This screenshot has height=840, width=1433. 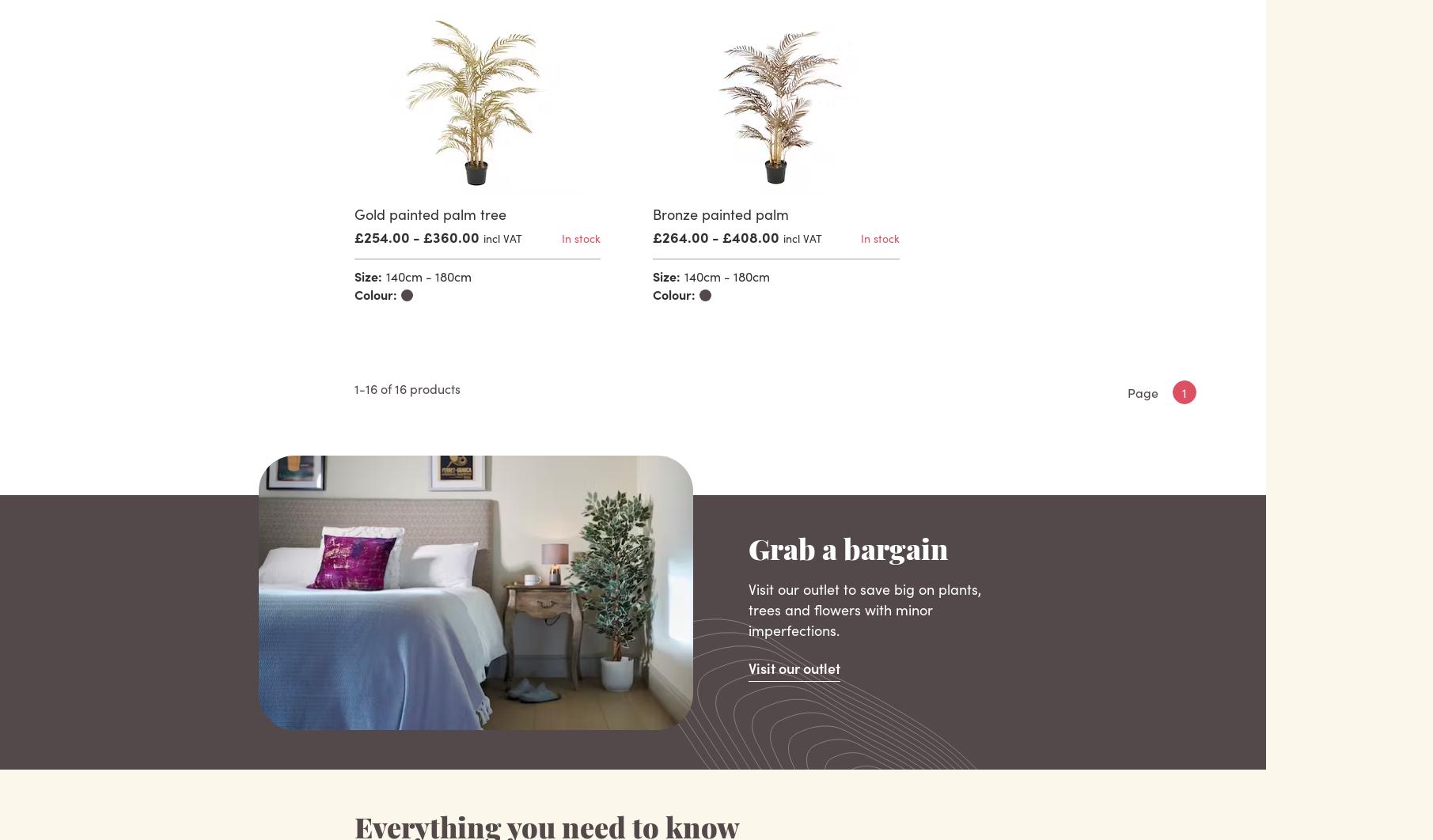 I want to click on 'Grab a bargain', so click(x=847, y=553).